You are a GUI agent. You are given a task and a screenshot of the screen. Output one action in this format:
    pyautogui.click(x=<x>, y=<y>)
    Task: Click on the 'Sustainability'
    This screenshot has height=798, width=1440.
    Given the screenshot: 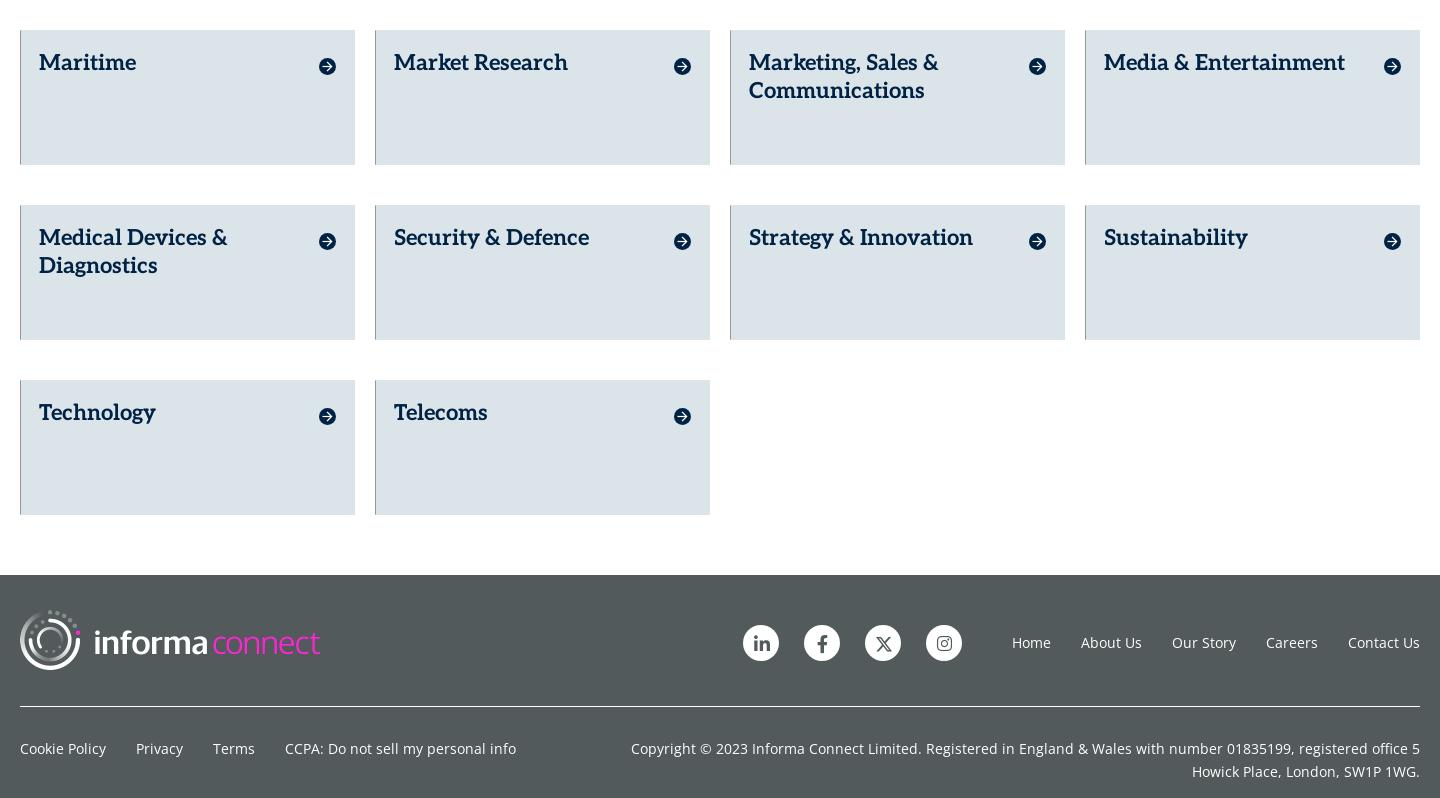 What is the action you would take?
    pyautogui.click(x=1176, y=223)
    